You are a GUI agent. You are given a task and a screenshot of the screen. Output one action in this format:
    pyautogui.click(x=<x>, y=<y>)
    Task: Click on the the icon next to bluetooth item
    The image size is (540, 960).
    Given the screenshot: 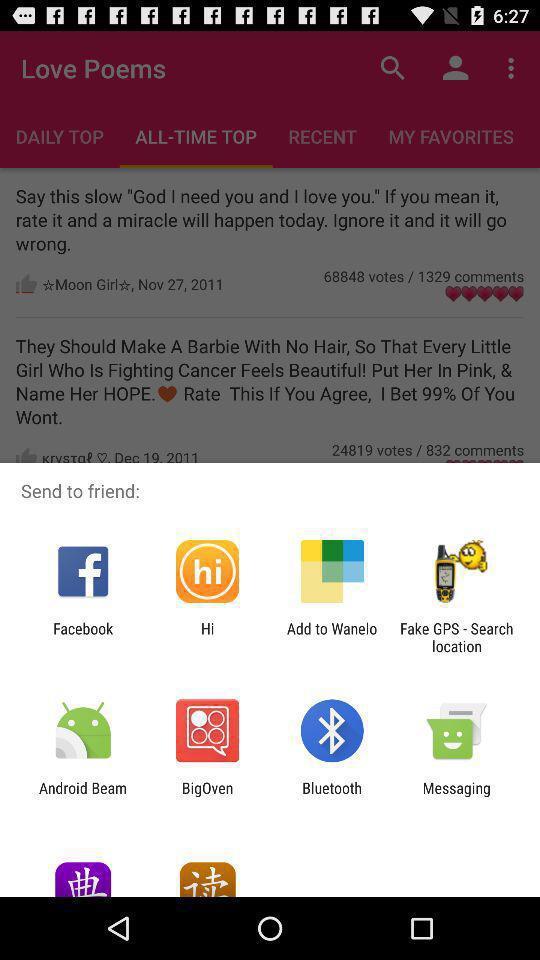 What is the action you would take?
    pyautogui.click(x=456, y=796)
    